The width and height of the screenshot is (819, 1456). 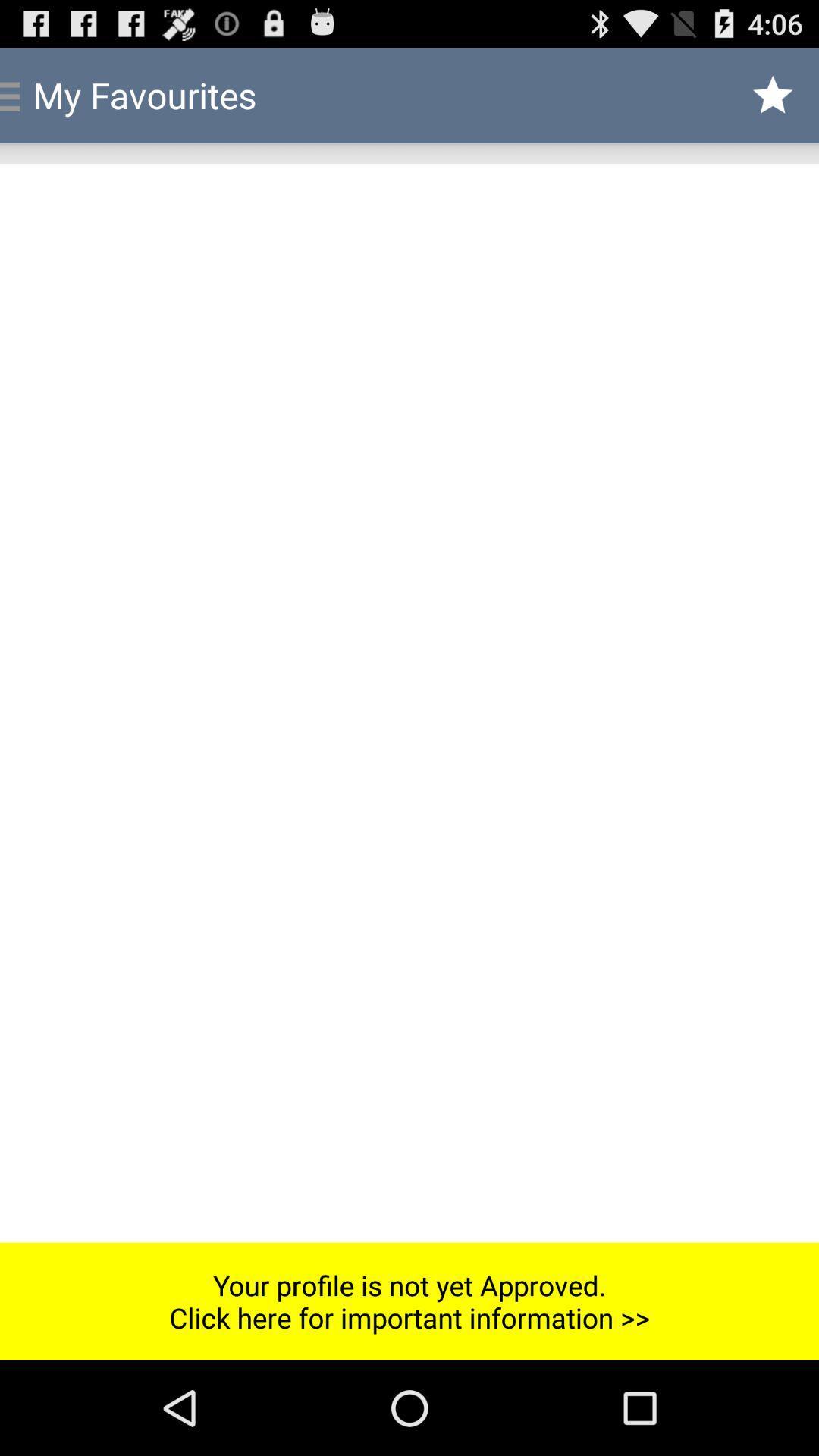 I want to click on icon above the your profile is item, so click(x=409, y=702).